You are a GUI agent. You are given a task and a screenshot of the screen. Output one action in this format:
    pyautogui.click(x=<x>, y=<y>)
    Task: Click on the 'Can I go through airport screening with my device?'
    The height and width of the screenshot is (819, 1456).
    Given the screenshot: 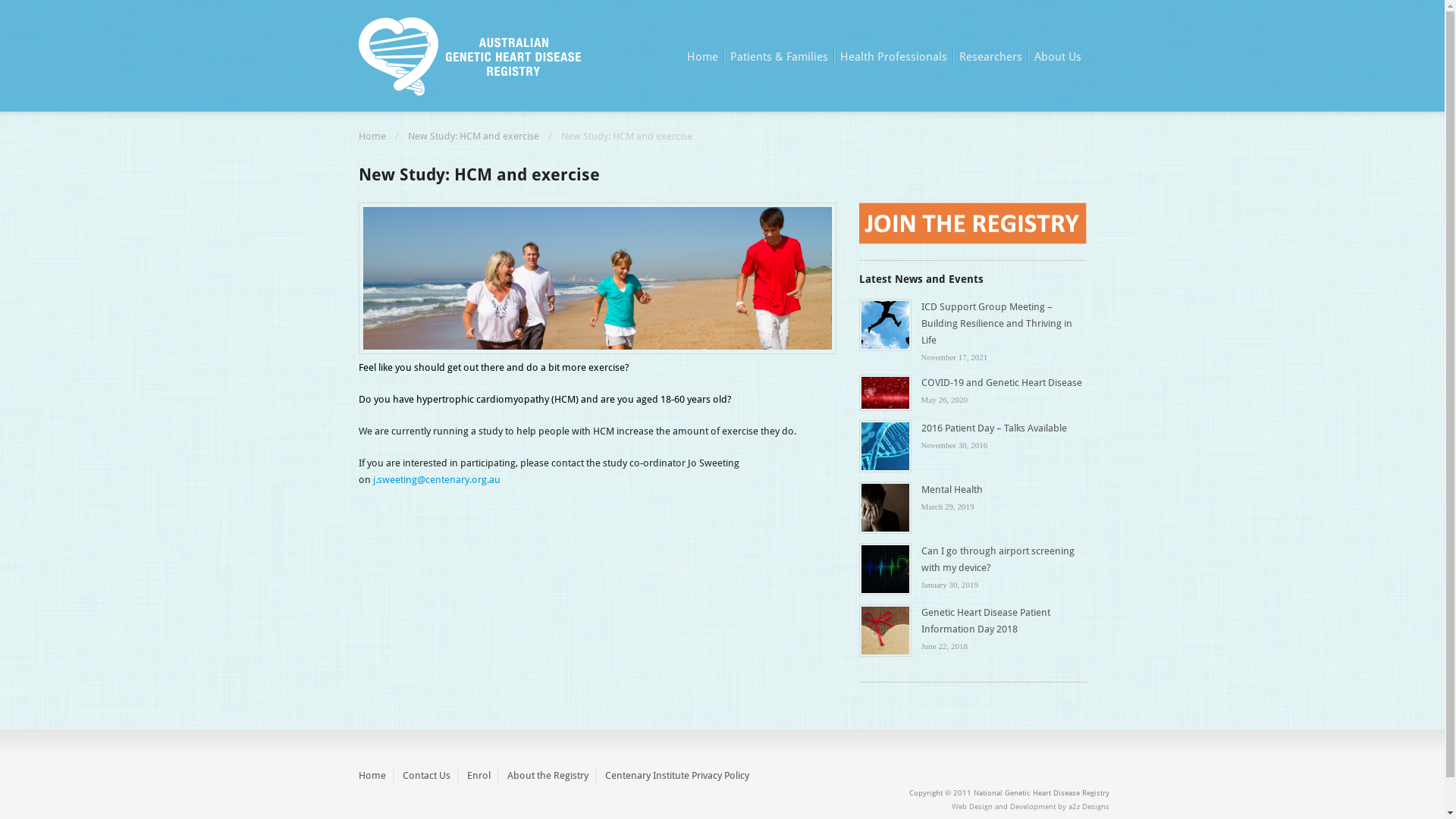 What is the action you would take?
    pyautogui.click(x=997, y=559)
    